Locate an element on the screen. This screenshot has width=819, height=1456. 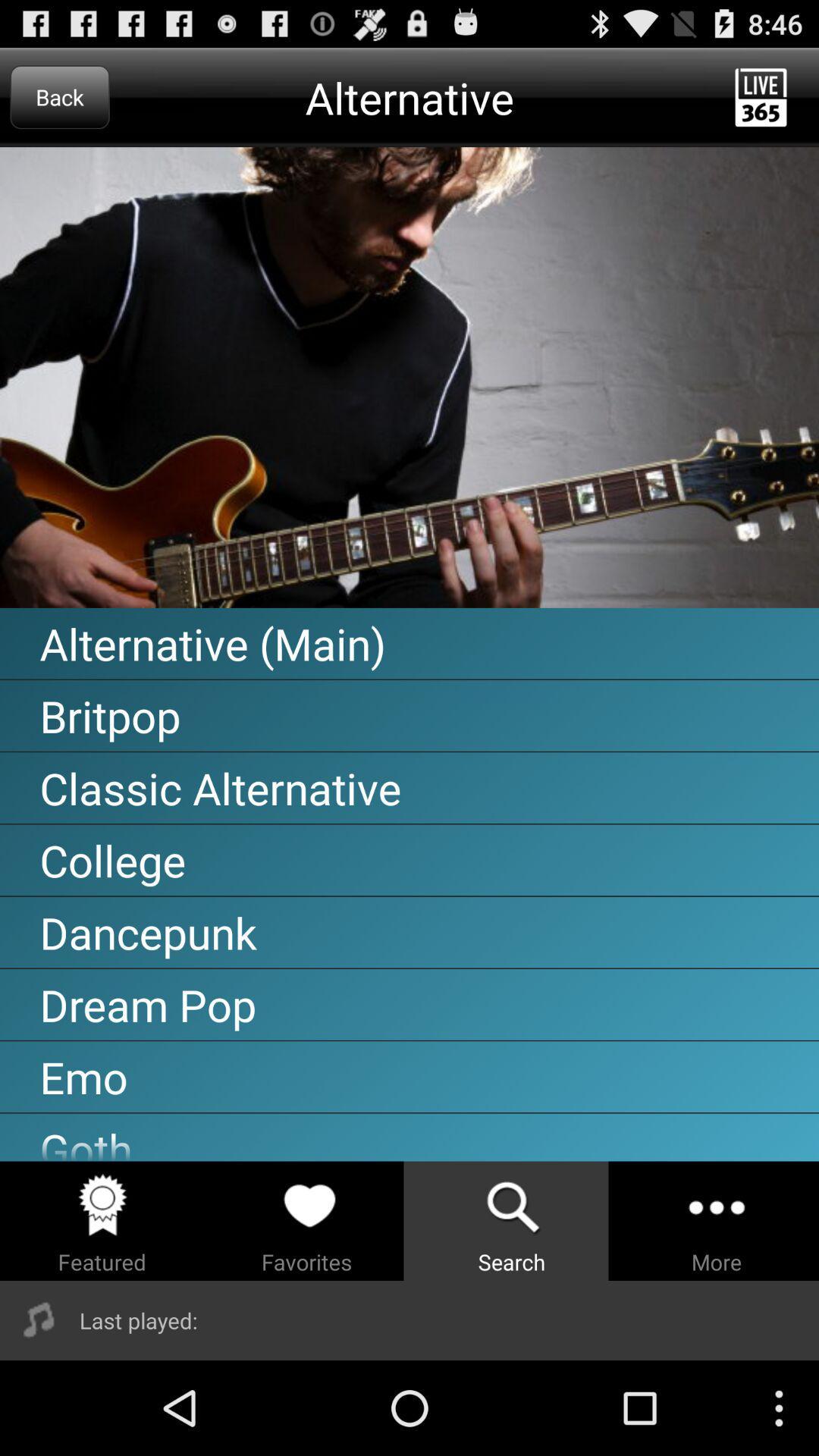
shows picture is located at coordinates (409, 378).